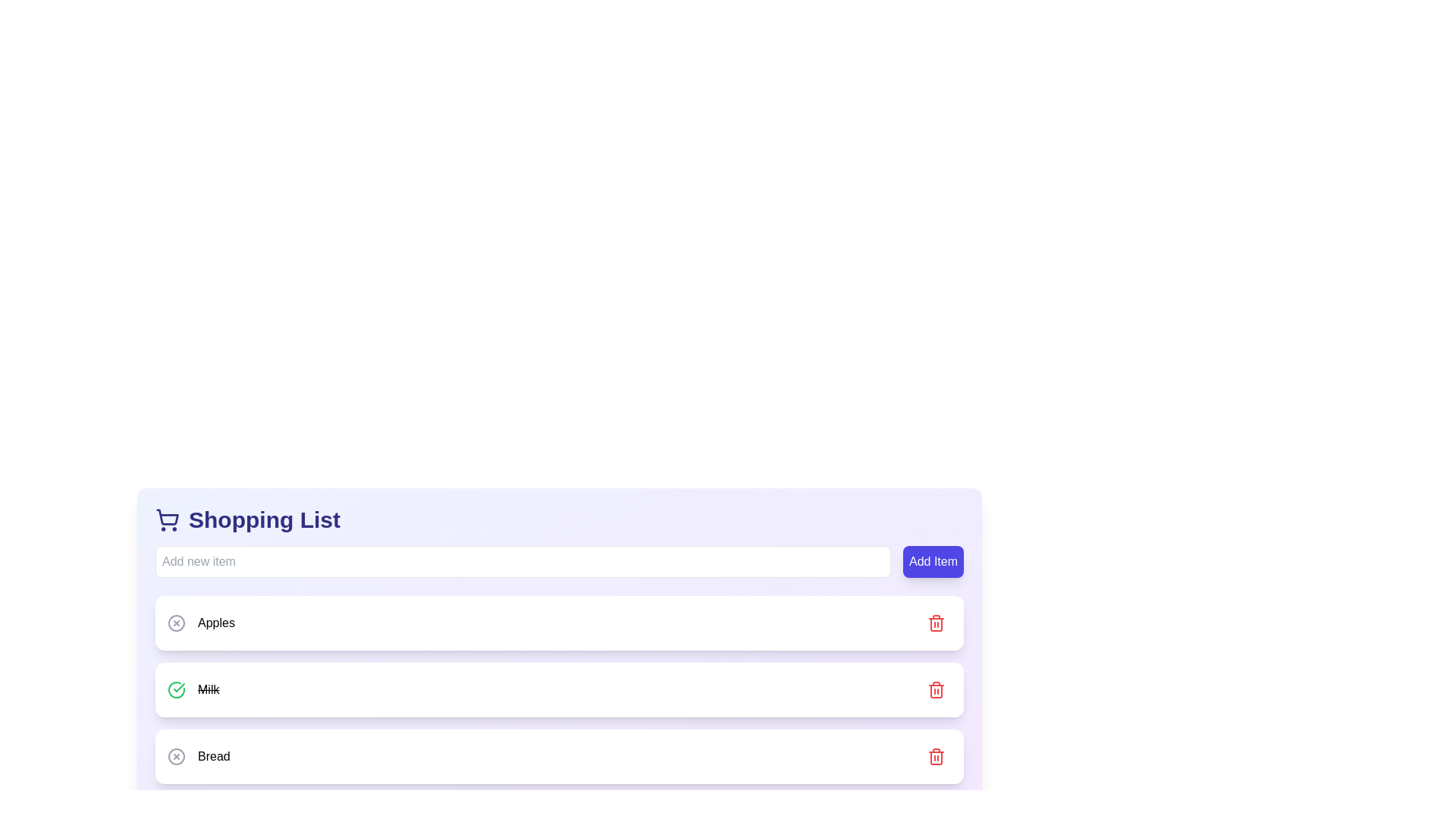 The image size is (1456, 819). Describe the element at coordinates (193, 690) in the screenshot. I see `the 'Milk' text label with strikethrough, located to the right of a green checkmark icon in the shopping list interface` at that location.